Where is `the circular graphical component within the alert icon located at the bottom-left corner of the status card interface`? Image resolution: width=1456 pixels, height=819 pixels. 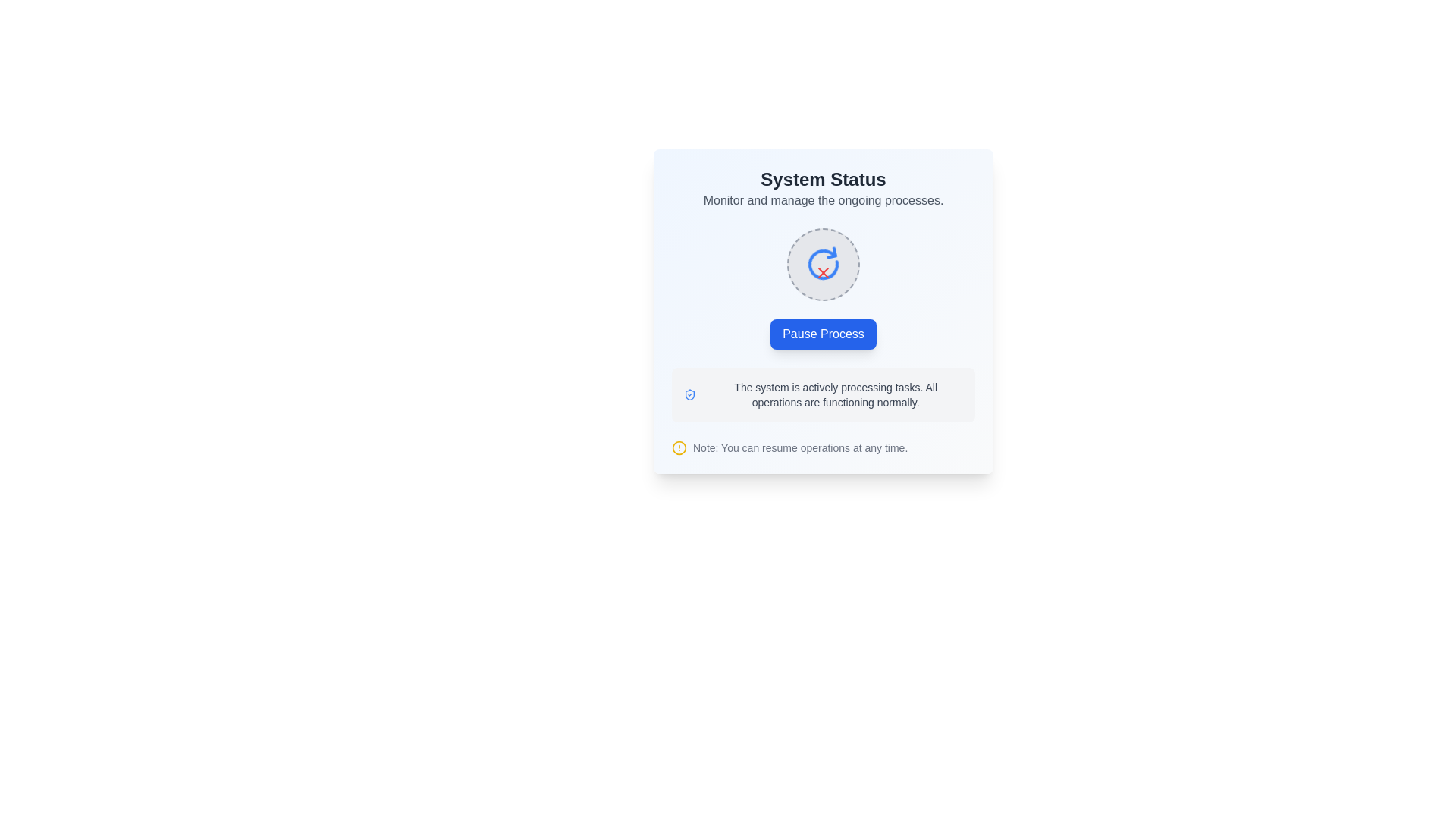
the circular graphical component within the alert icon located at the bottom-left corner of the status card interface is located at coordinates (679, 447).